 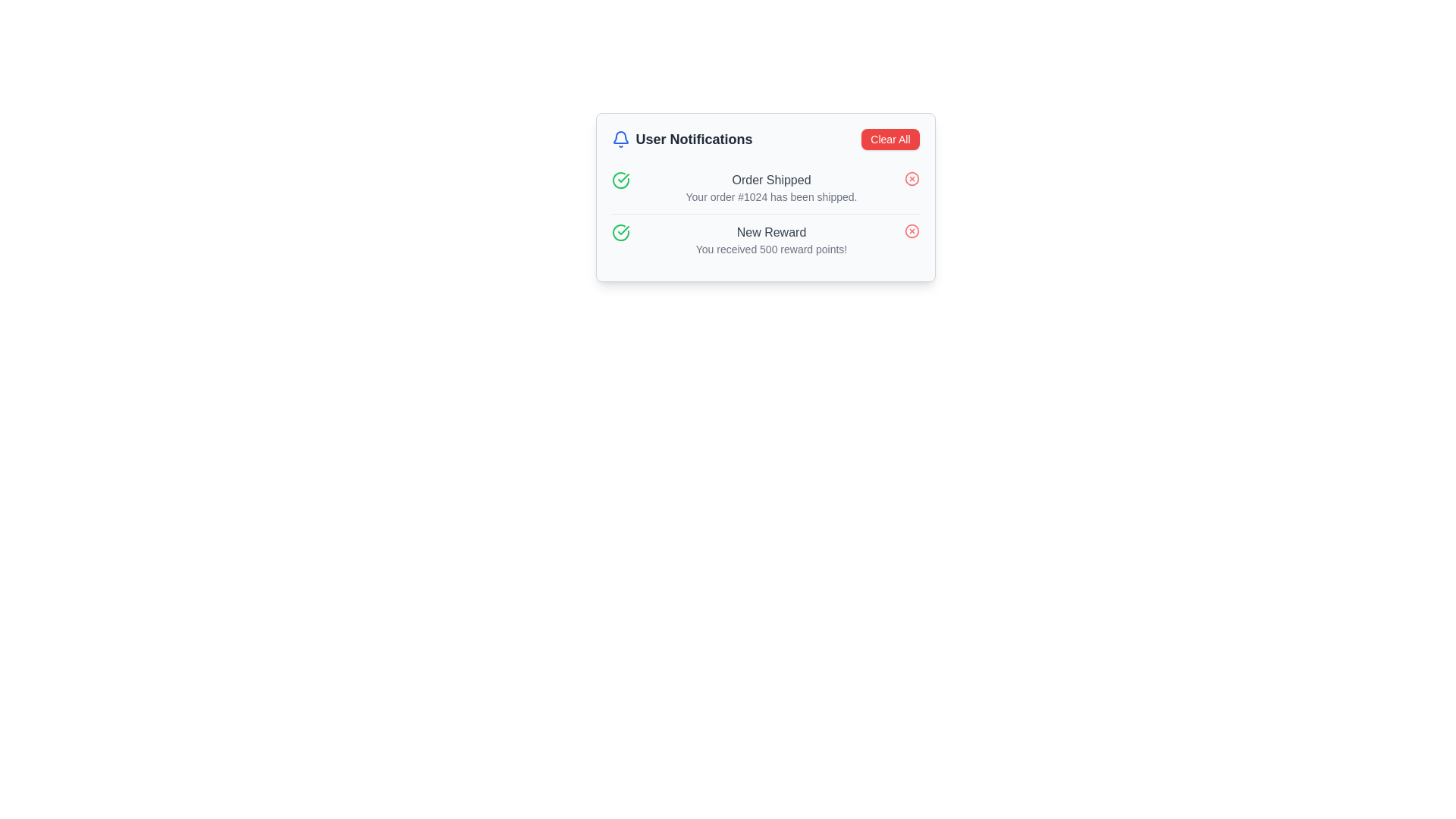 What do you see at coordinates (620, 233) in the screenshot?
I see `the success status icon located` at bounding box center [620, 233].